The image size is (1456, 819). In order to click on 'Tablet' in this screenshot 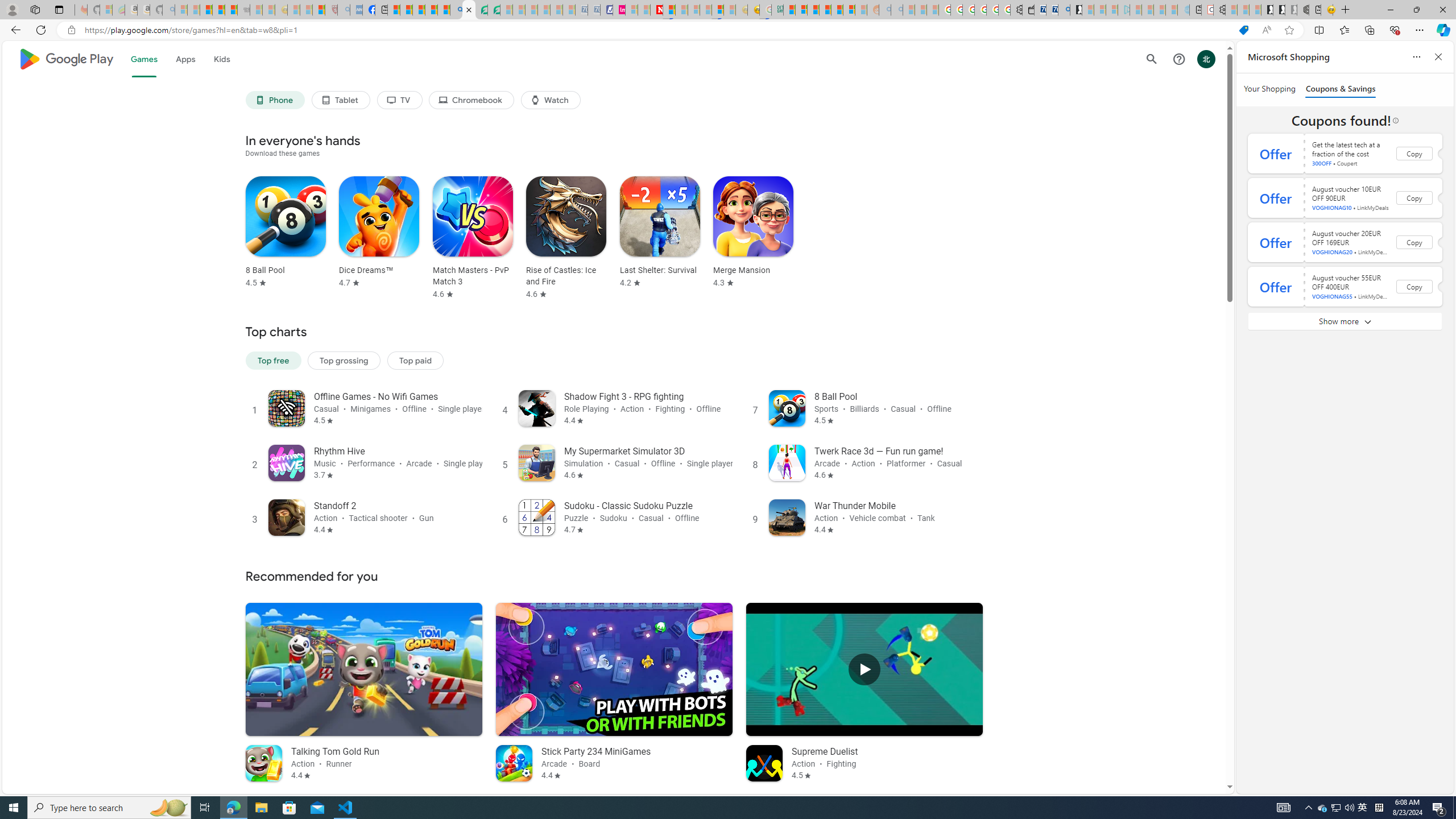, I will do `click(341, 100)`.